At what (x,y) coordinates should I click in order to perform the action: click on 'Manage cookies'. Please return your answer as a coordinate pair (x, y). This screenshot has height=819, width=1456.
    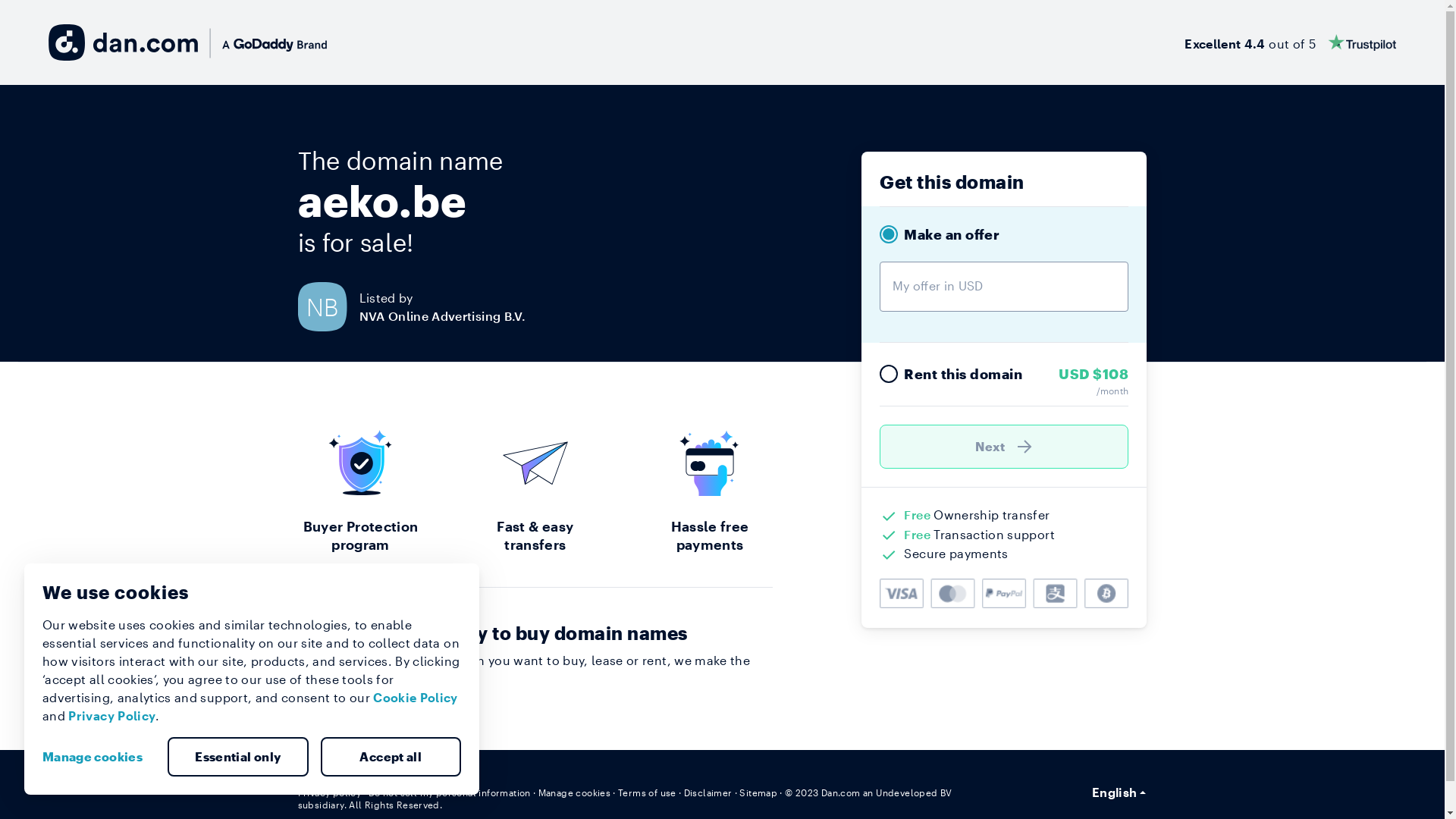
    Looking at the image, I should click on (574, 792).